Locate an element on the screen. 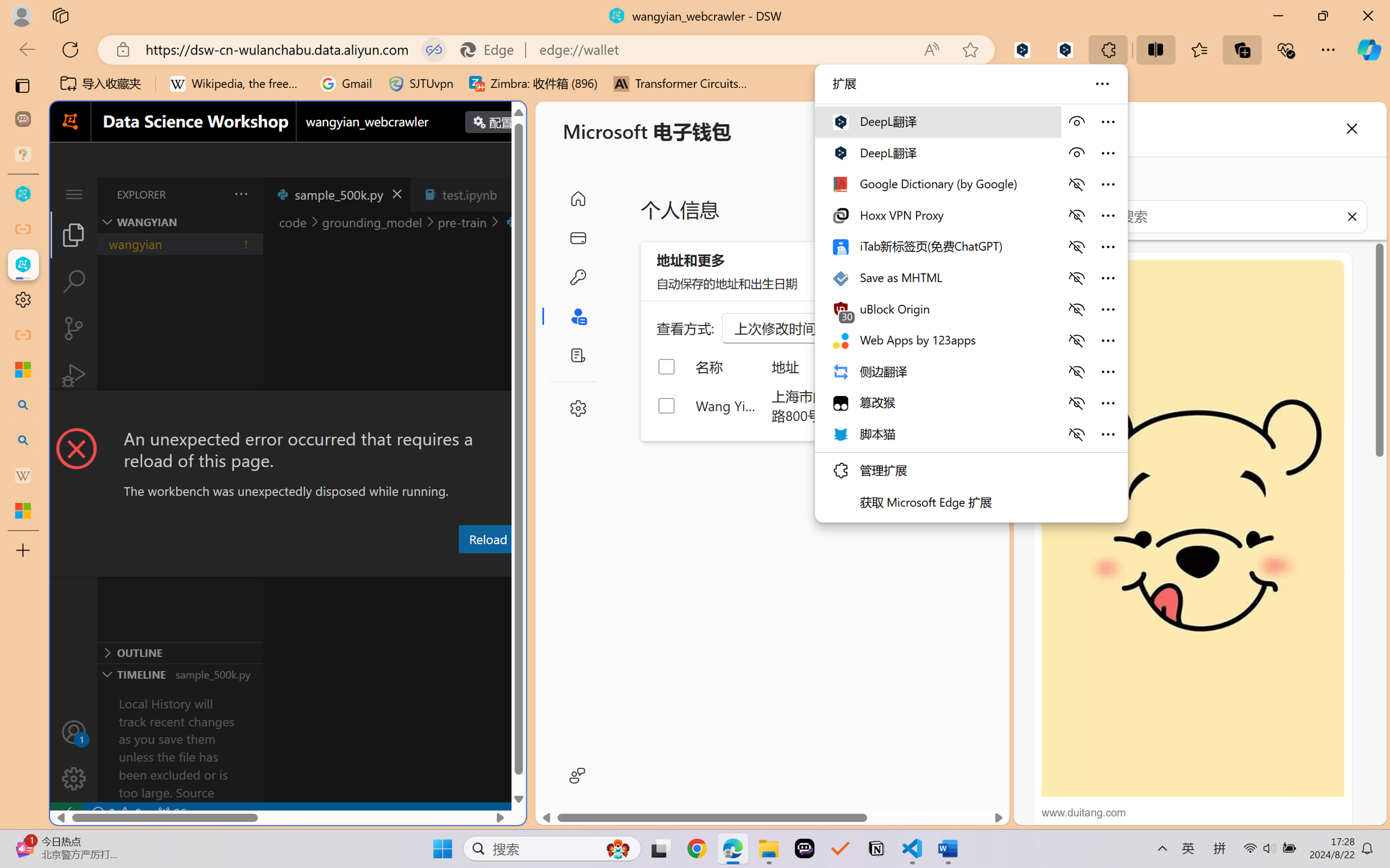  'Explorer actions' is located at coordinates (212, 193).